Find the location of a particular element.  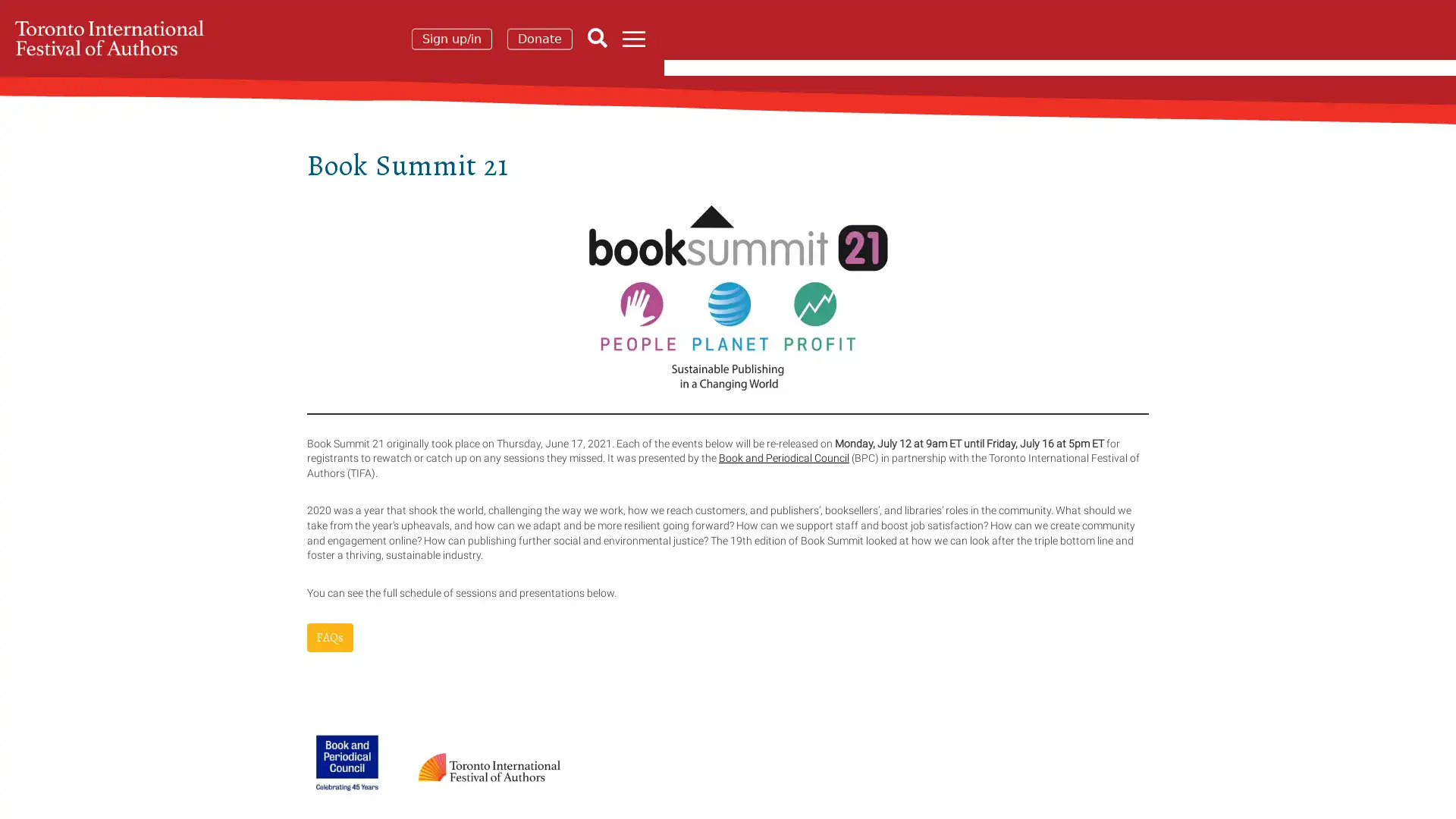

FAQs is located at coordinates (329, 637).